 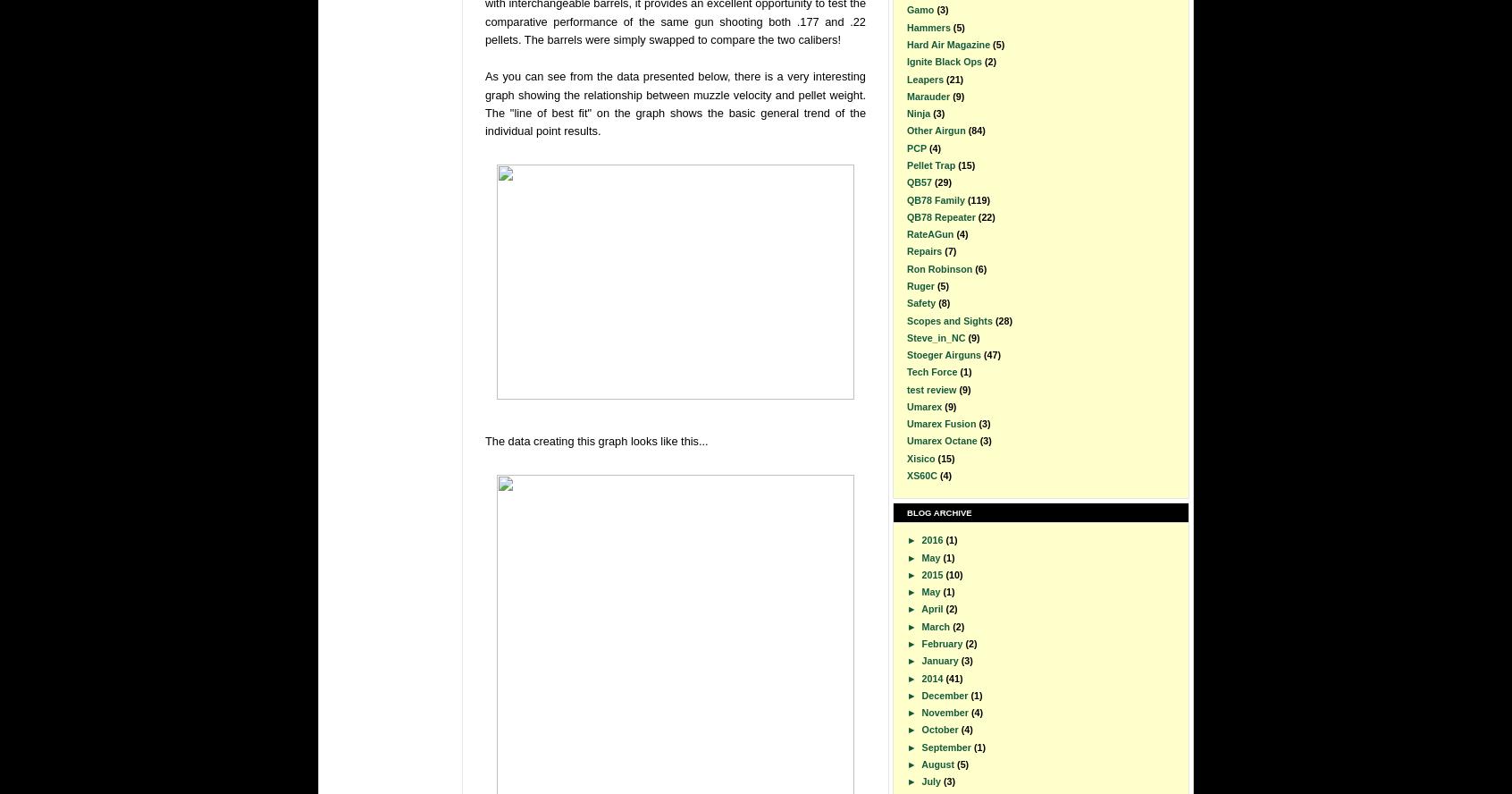 What do you see at coordinates (935, 198) in the screenshot?
I see `'QB78 Family'` at bounding box center [935, 198].